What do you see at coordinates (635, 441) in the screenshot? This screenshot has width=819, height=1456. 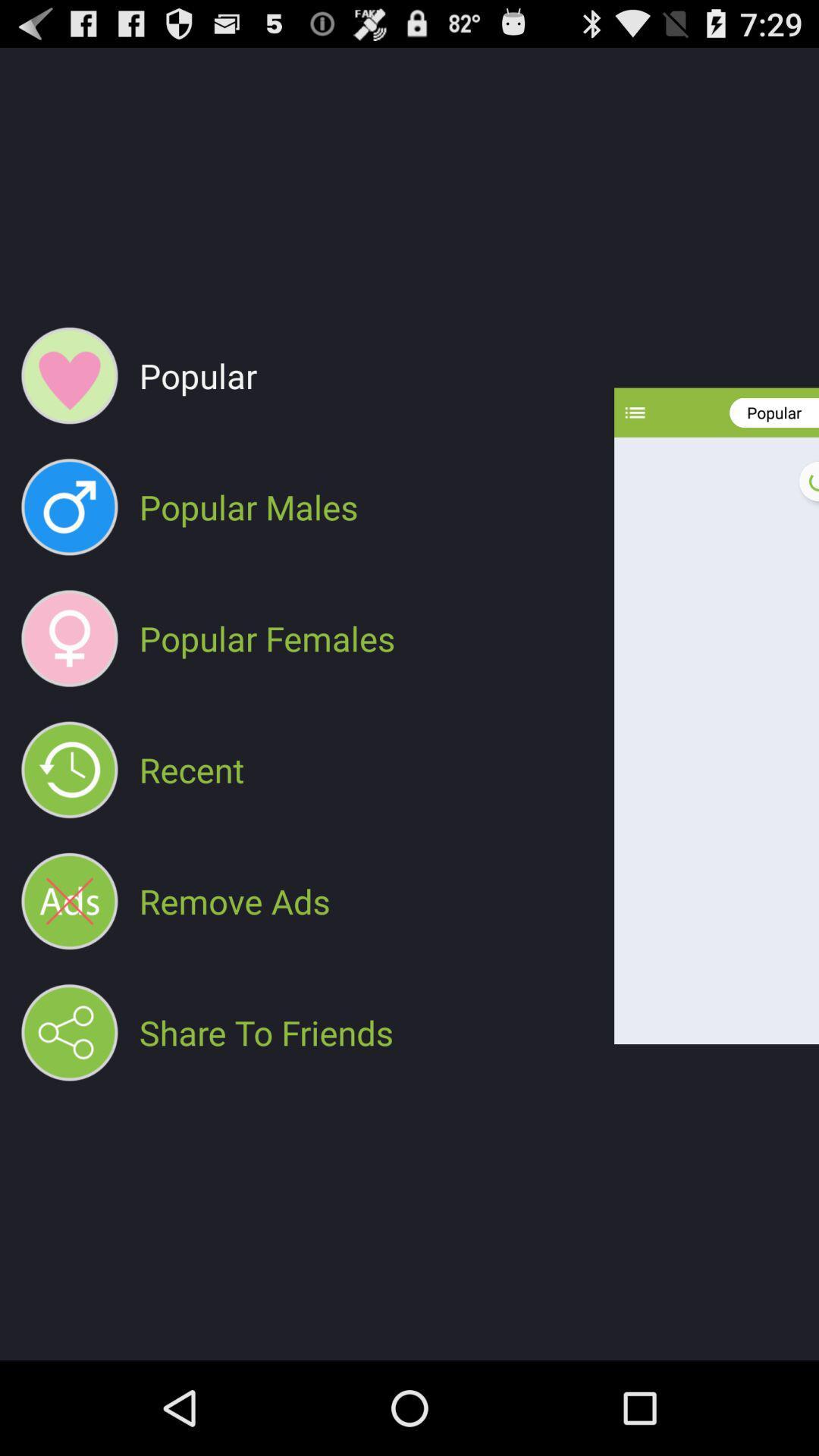 I see `the list icon` at bounding box center [635, 441].